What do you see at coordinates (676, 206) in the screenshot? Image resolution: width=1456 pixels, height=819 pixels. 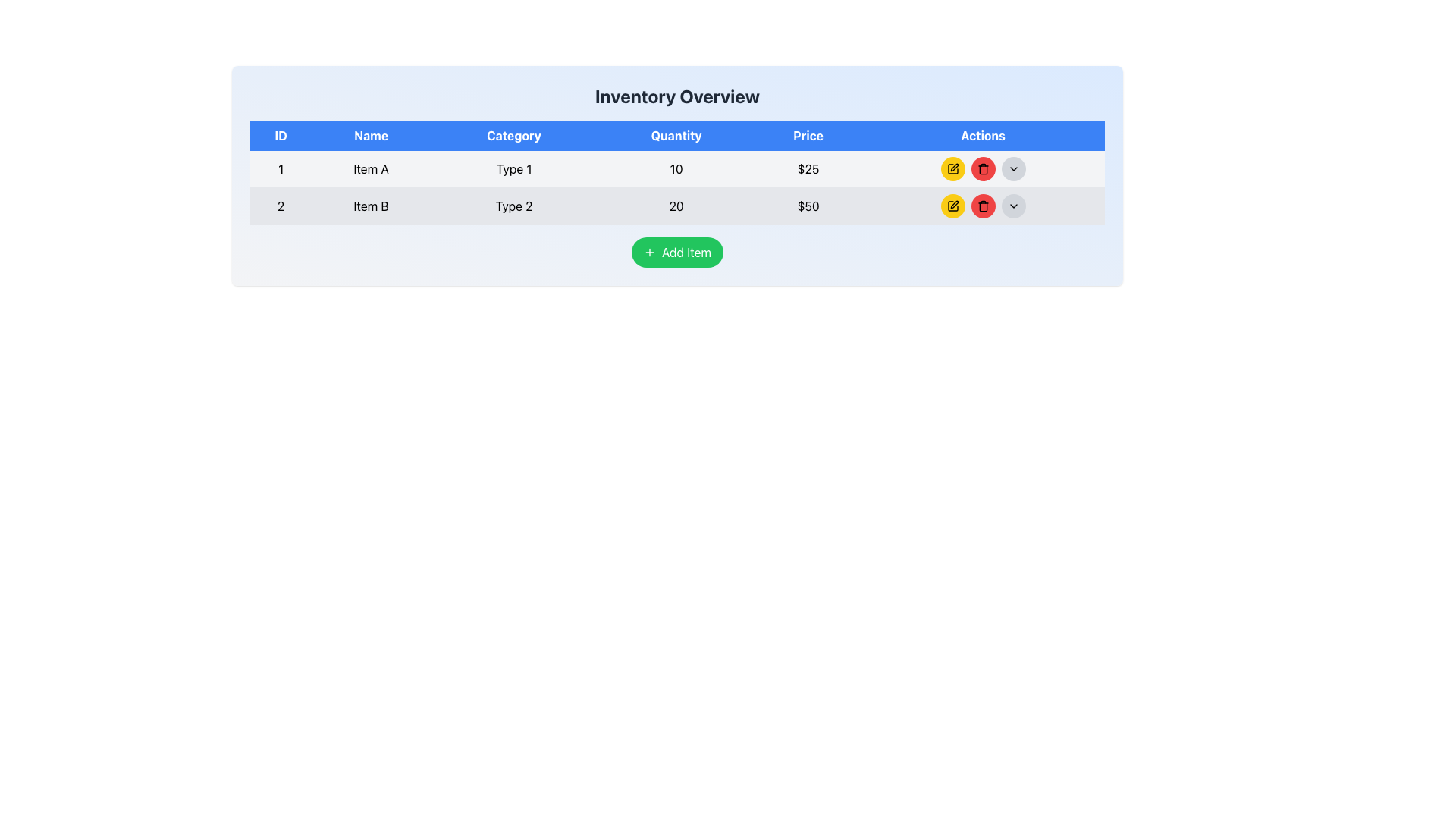 I see `the numeric text cell displaying the value '20' located in the fourth column of the second row under the 'Quantity' header` at bounding box center [676, 206].